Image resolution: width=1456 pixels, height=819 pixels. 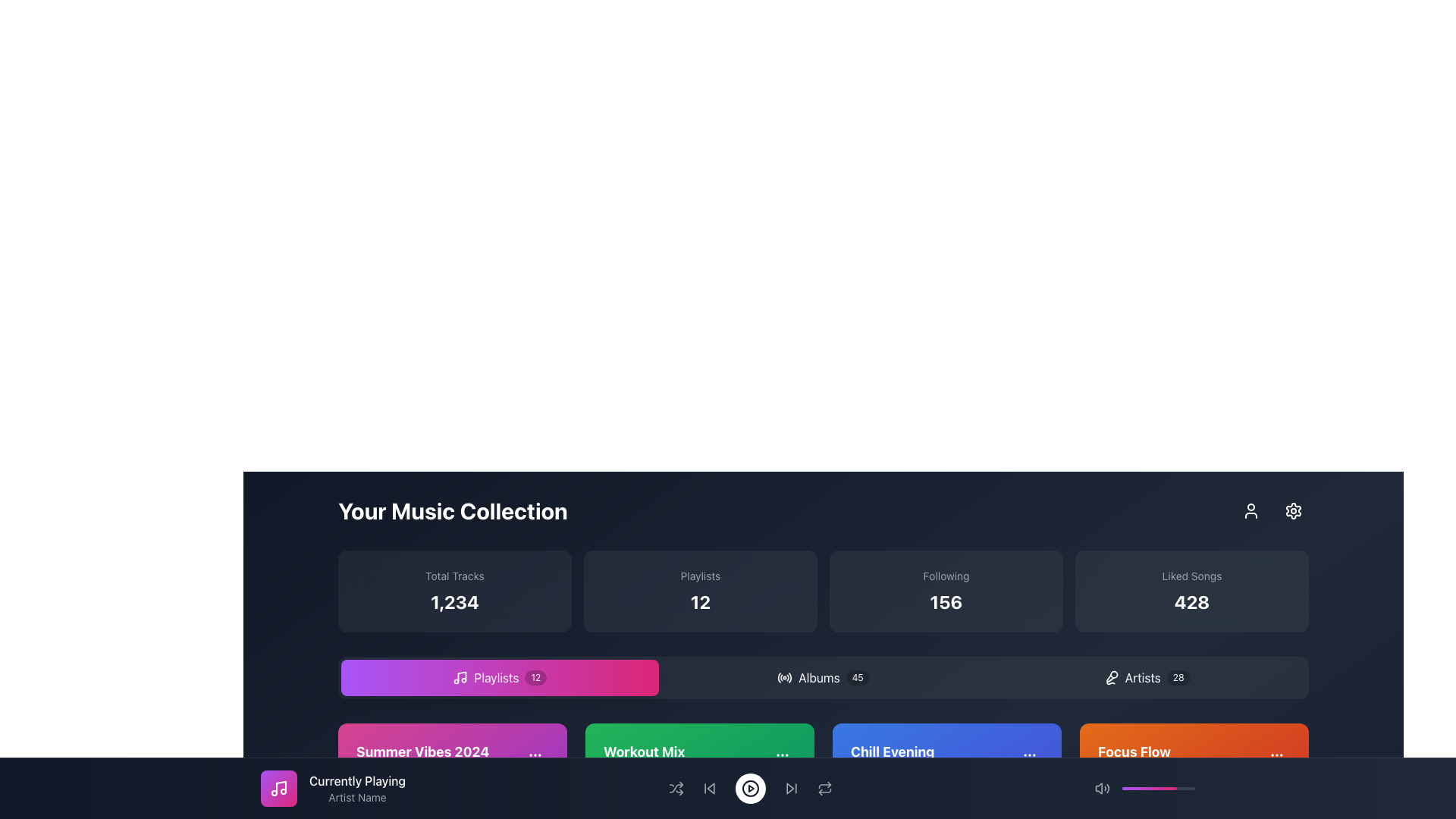 What do you see at coordinates (783, 755) in the screenshot?
I see `the center small circle of the vertical ellipsis icon` at bounding box center [783, 755].